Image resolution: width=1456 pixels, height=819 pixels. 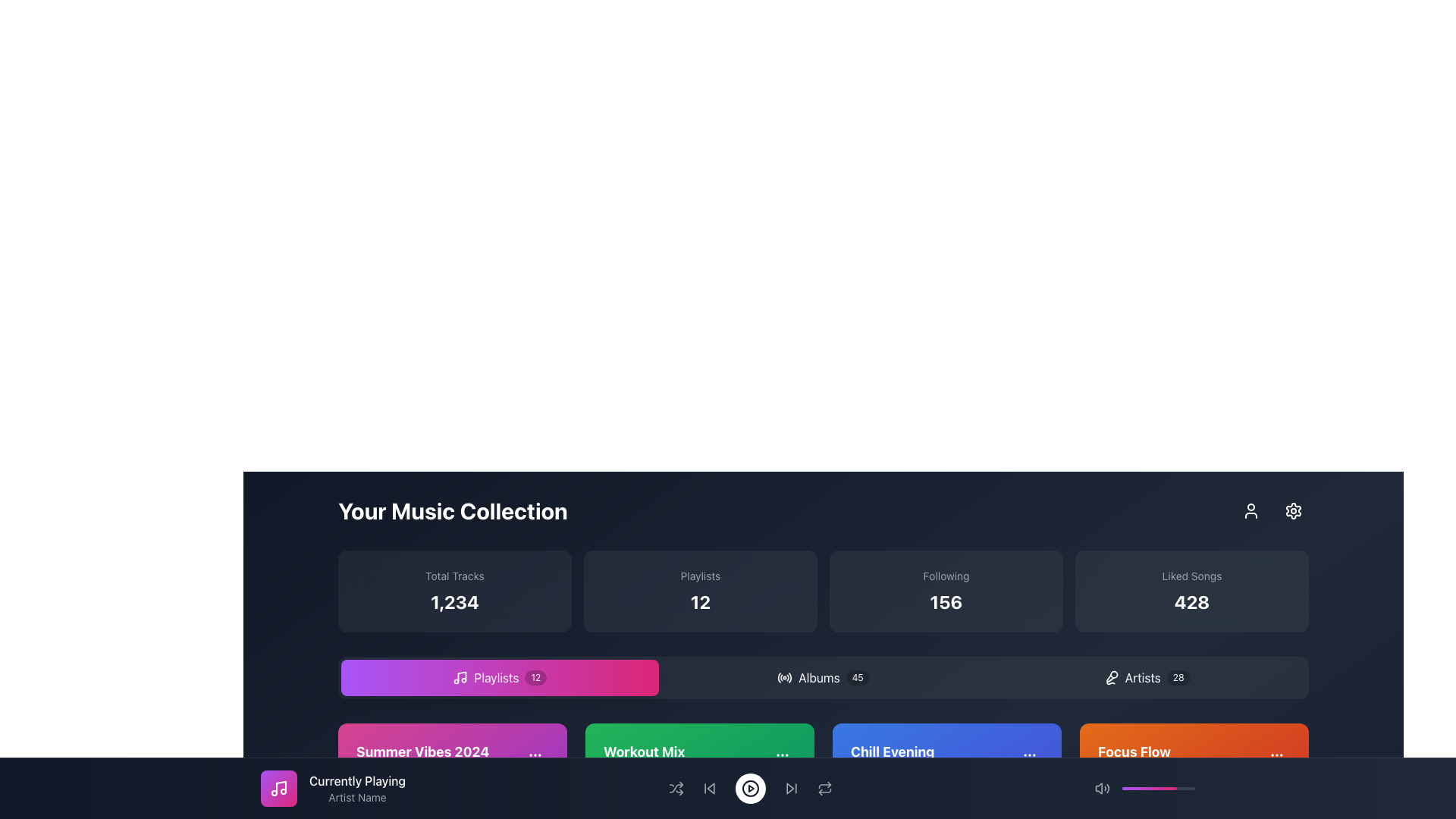 What do you see at coordinates (783, 755) in the screenshot?
I see `the center small circle of the vertical ellipsis icon` at bounding box center [783, 755].